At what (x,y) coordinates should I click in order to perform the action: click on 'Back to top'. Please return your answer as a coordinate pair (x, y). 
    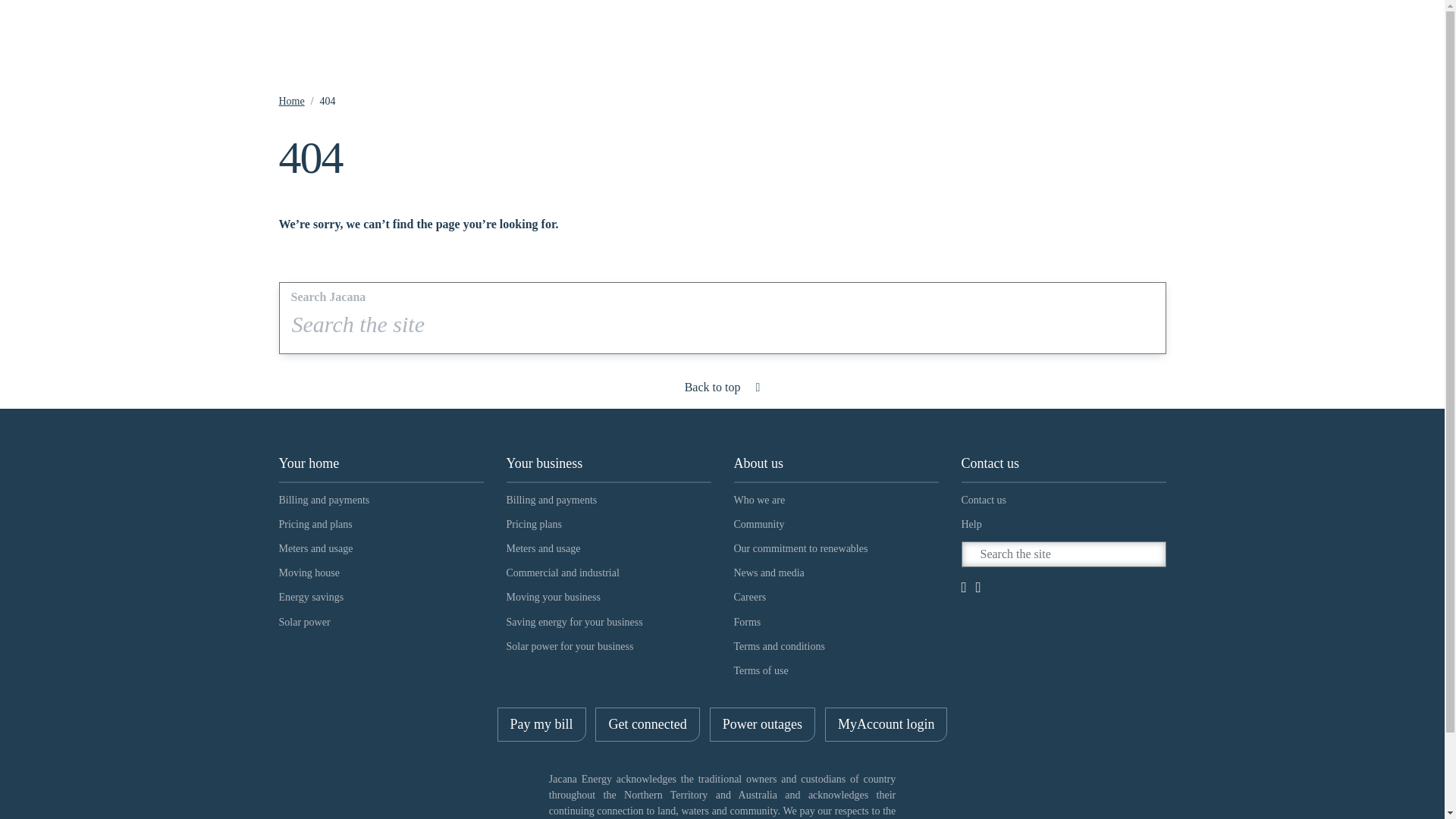
    Looking at the image, I should click on (722, 386).